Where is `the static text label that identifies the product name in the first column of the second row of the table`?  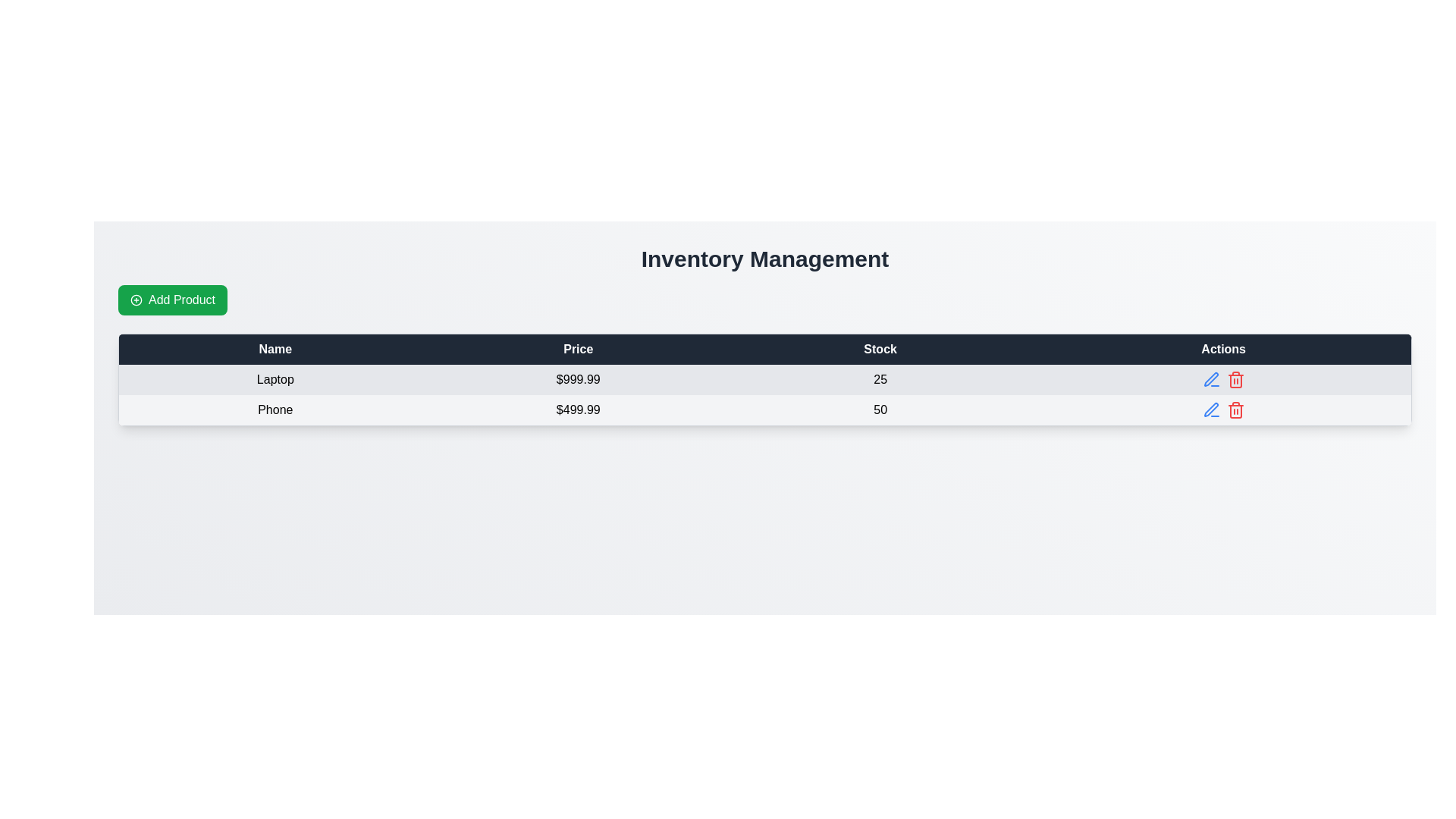 the static text label that identifies the product name in the first column of the second row of the table is located at coordinates (275, 410).